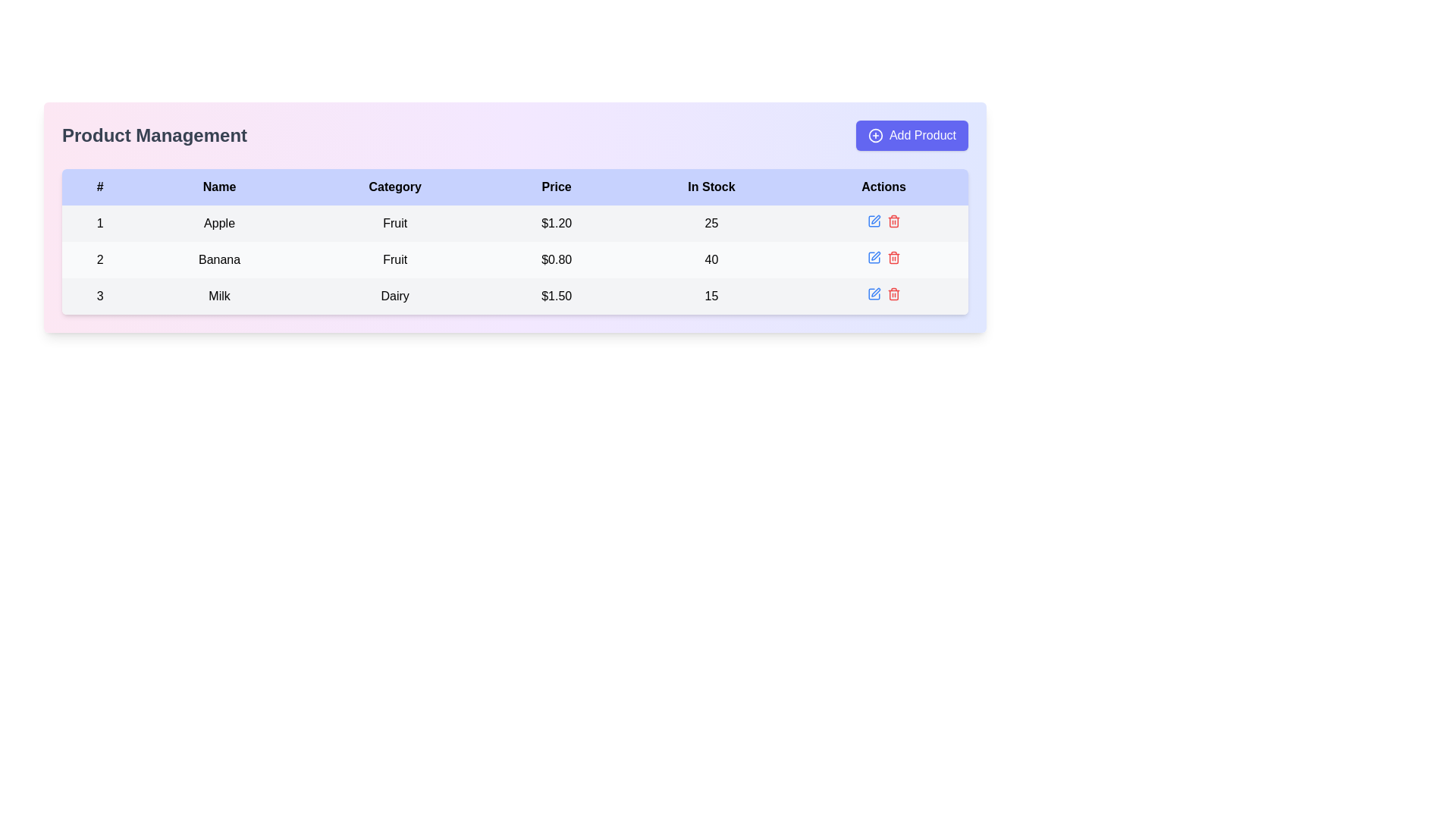 This screenshot has height=819, width=1456. Describe the element at coordinates (218, 296) in the screenshot. I see `the product name label in the second column of the third row in the 'Product Management' table` at that location.